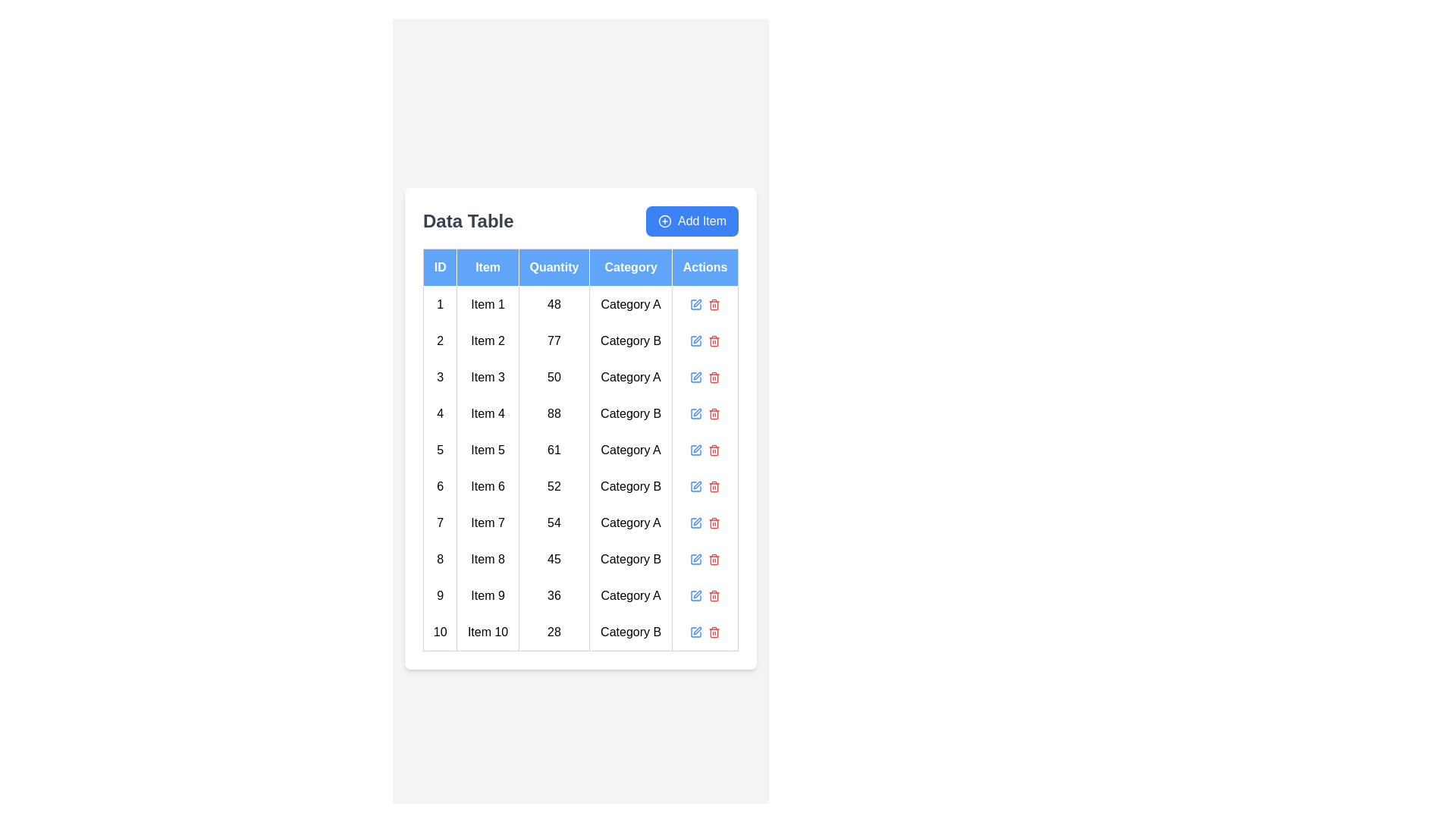 The width and height of the screenshot is (1456, 819). I want to click on the trash icon in the actions column of the third row in the data table, so click(704, 376).